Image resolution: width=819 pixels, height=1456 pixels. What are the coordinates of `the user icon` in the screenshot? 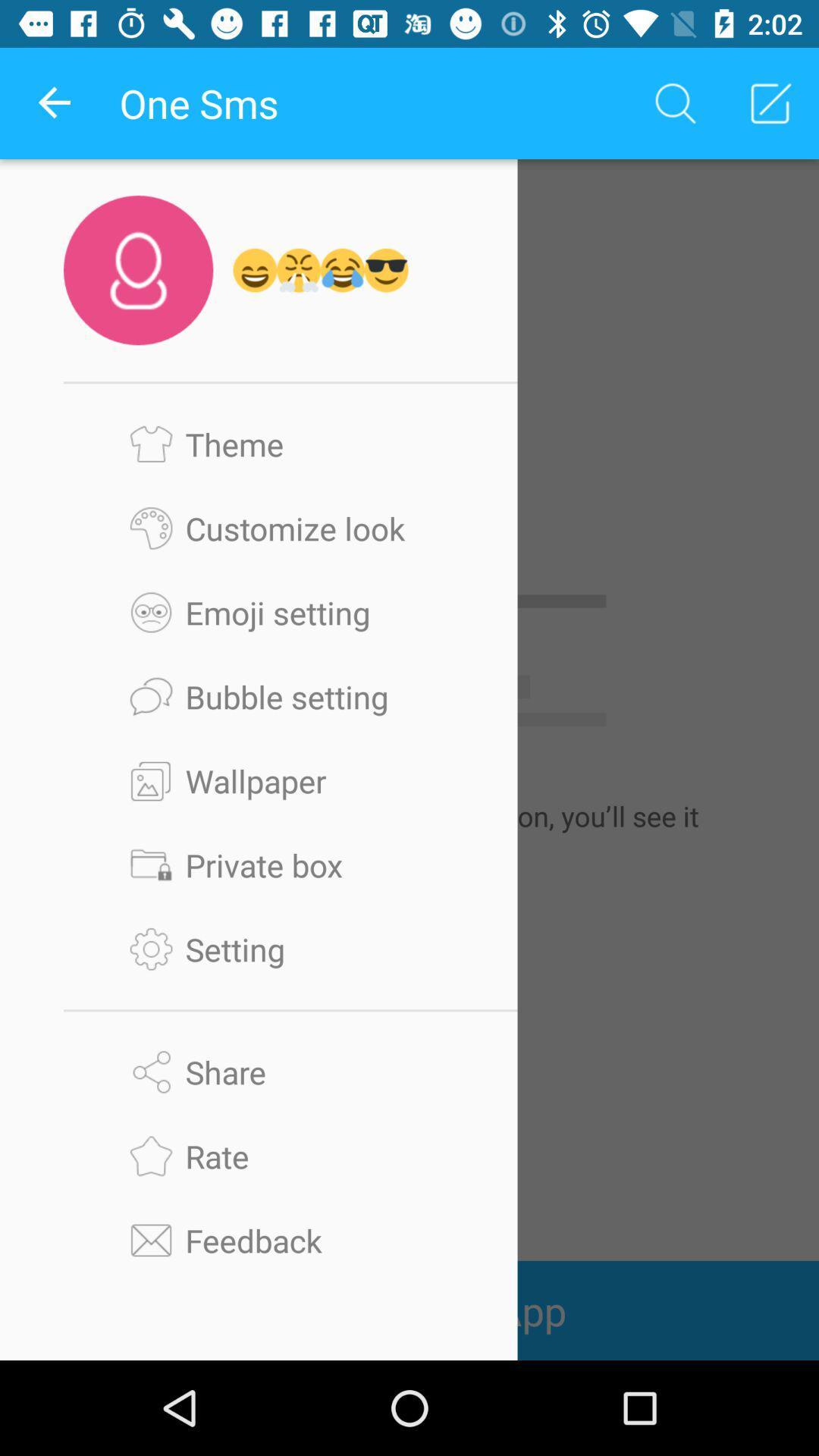 It's located at (138, 270).